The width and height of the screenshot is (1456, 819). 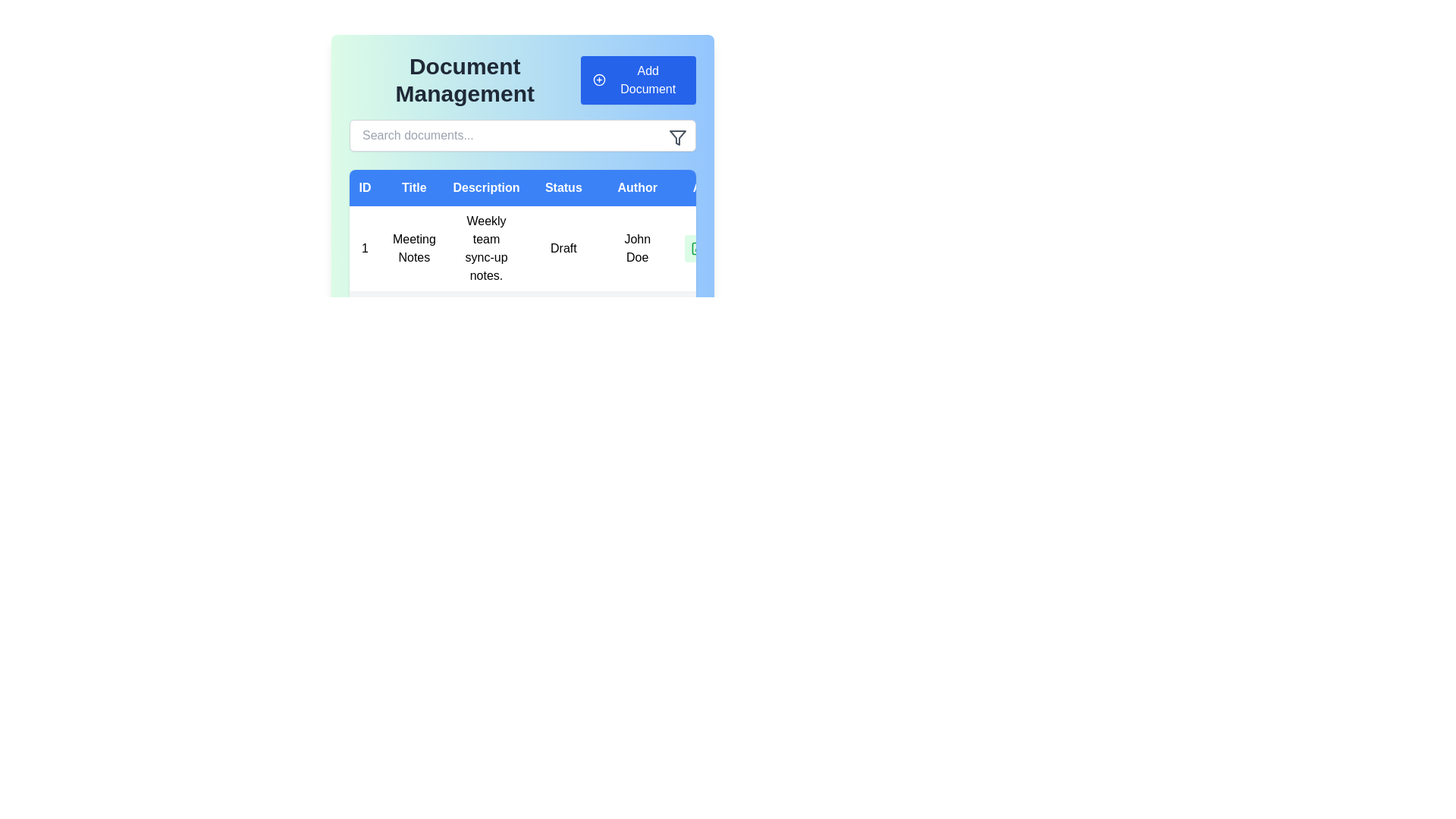 I want to click on the text label displaying 'Weekly team sync-up notes' located in the third column of the meeting notes table, so click(x=486, y=247).